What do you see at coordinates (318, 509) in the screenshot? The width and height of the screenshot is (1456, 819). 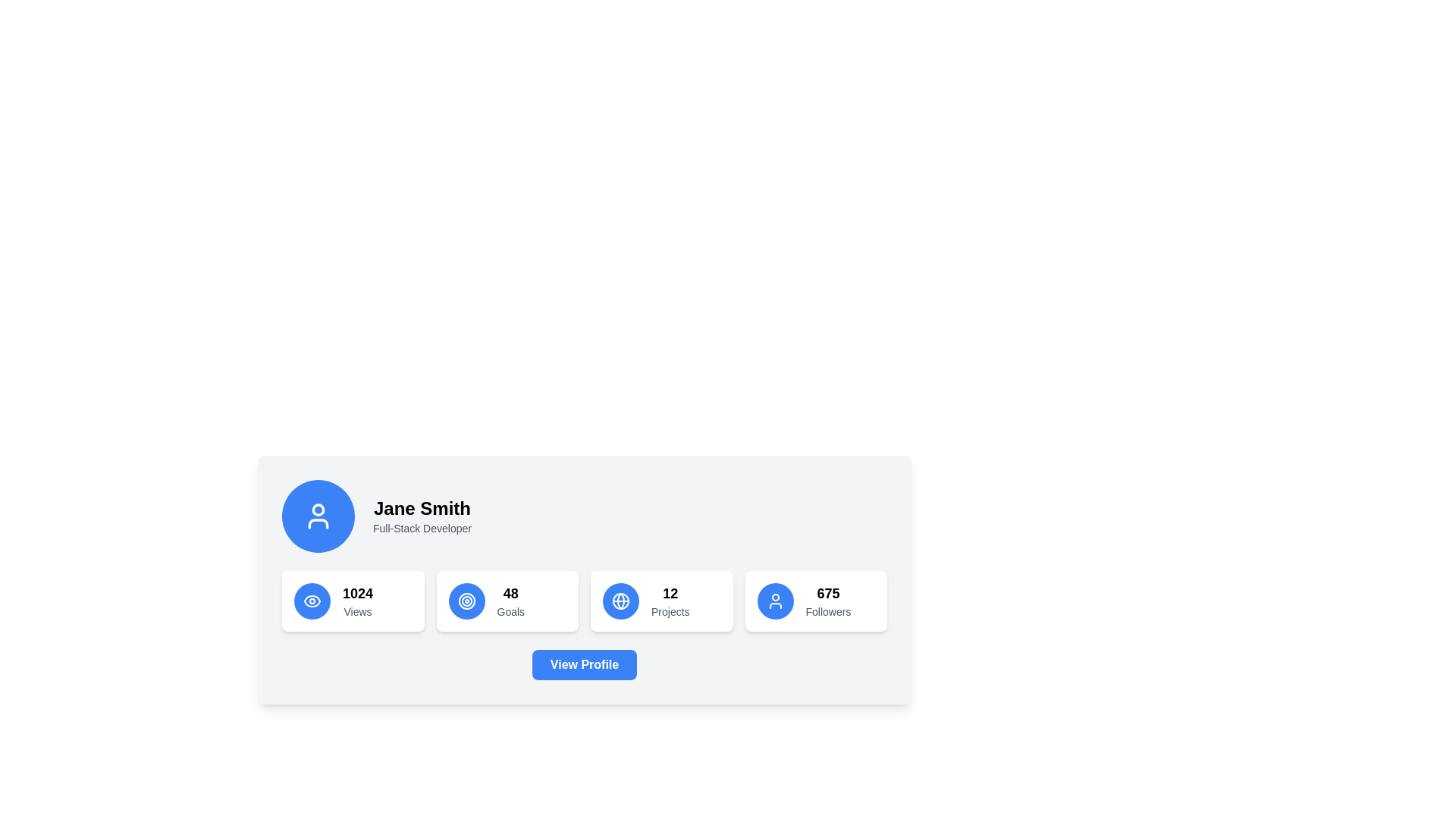 I see `the circular SVG graphic element representing the user avatar located at the top-left region of the user card panel` at bounding box center [318, 509].